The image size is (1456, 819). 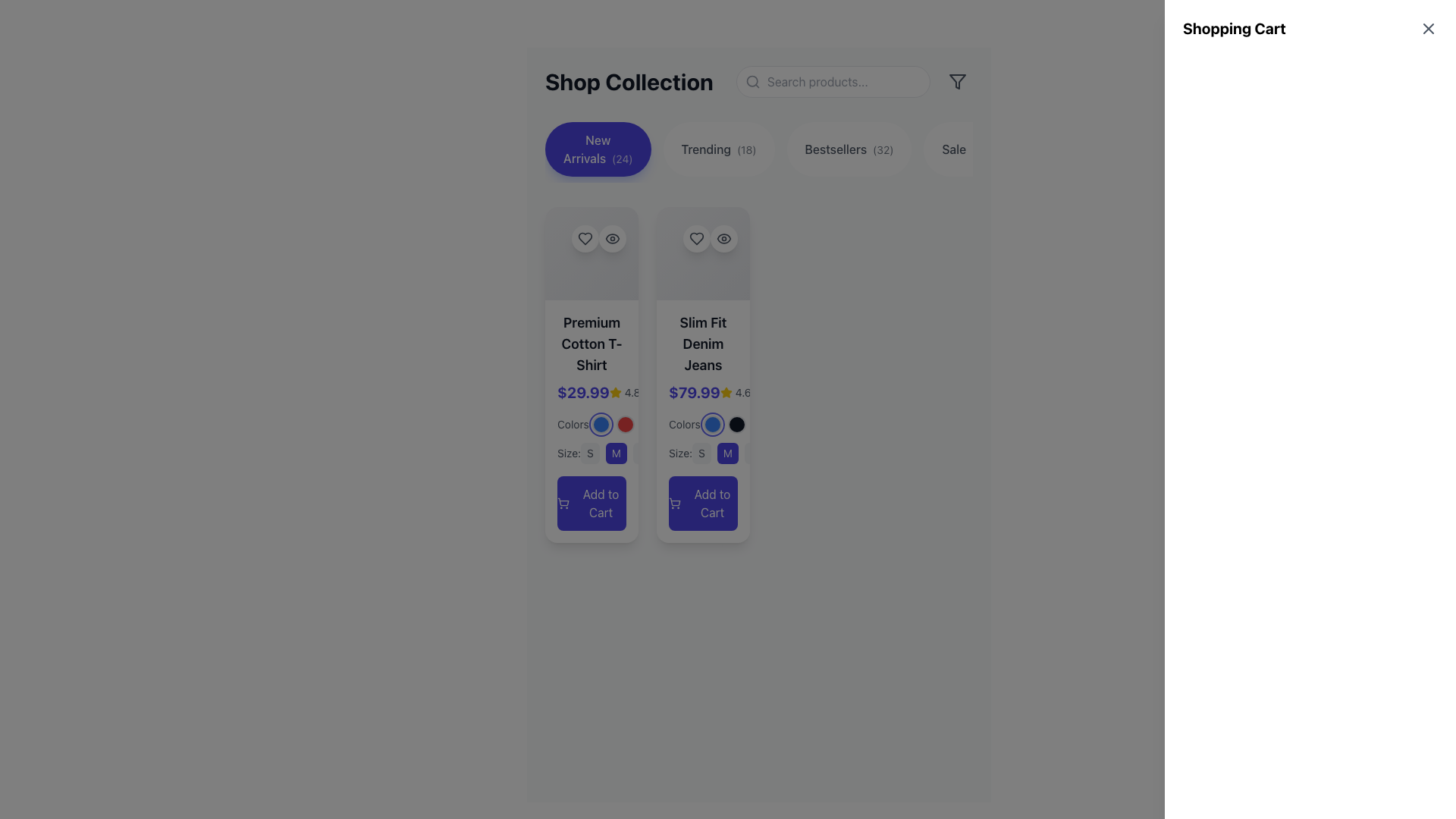 I want to click on the circular button with an outlined heart icon at the top-right corner of the 'Slim Fit Denim Jeans' card to favorite or like the item, so click(x=695, y=239).